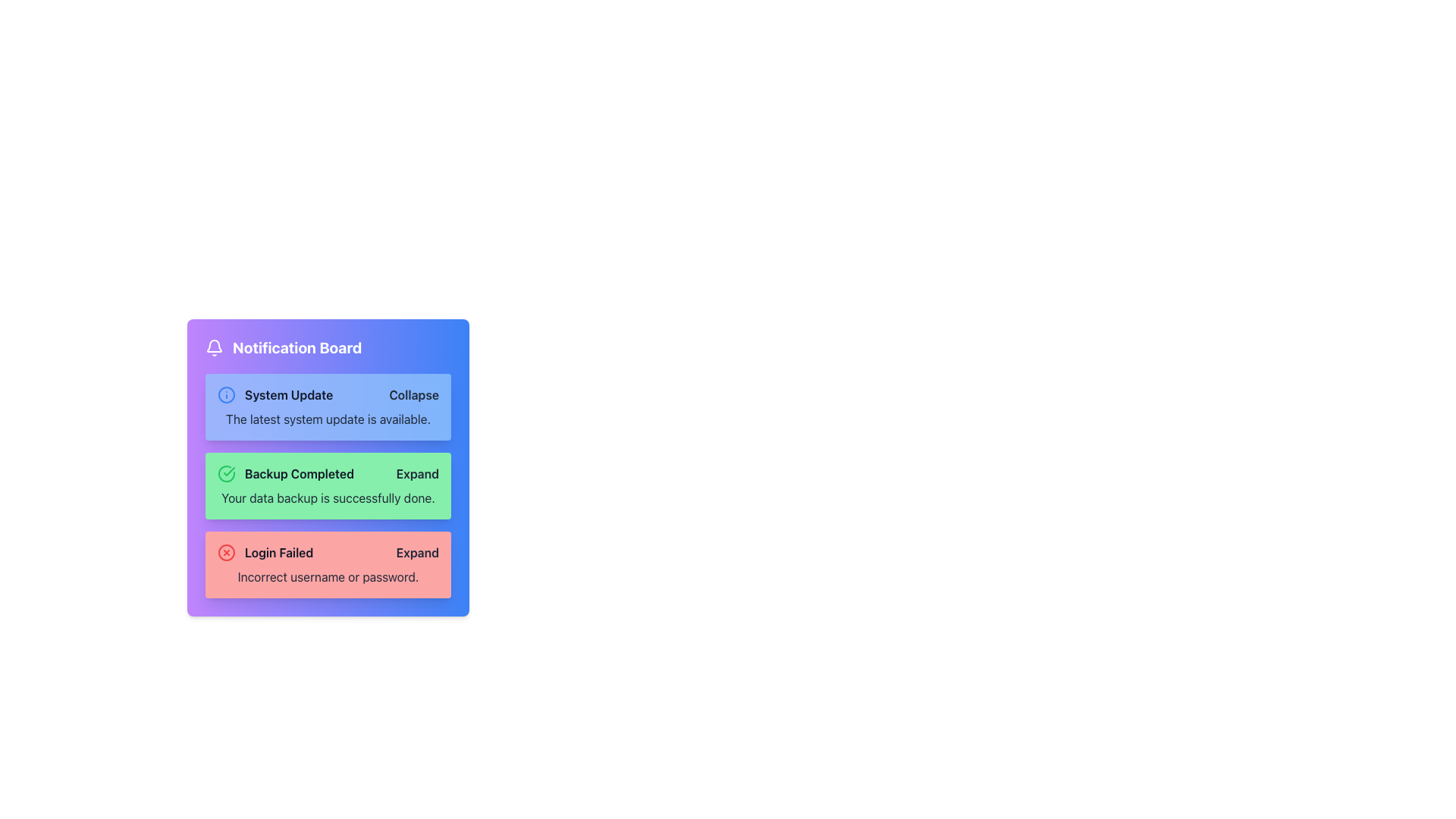 Image resolution: width=1456 pixels, height=819 pixels. Describe the element at coordinates (327, 406) in the screenshot. I see `description text of the Notification Card that provides information about the latest system update, which is the first card in a vertical stack of three notifications` at that location.